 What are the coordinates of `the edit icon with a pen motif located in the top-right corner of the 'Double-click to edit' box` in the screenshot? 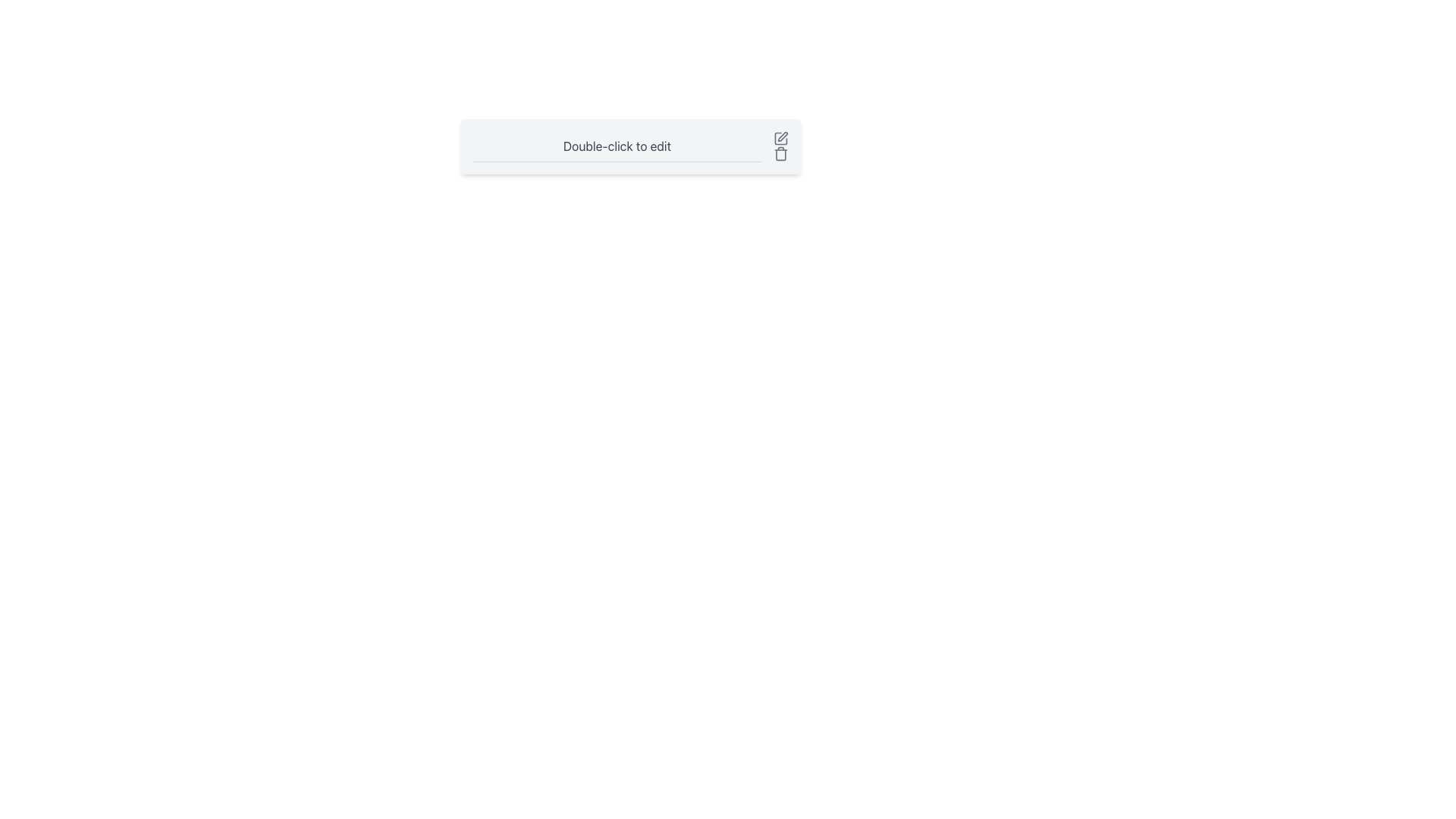 It's located at (781, 138).